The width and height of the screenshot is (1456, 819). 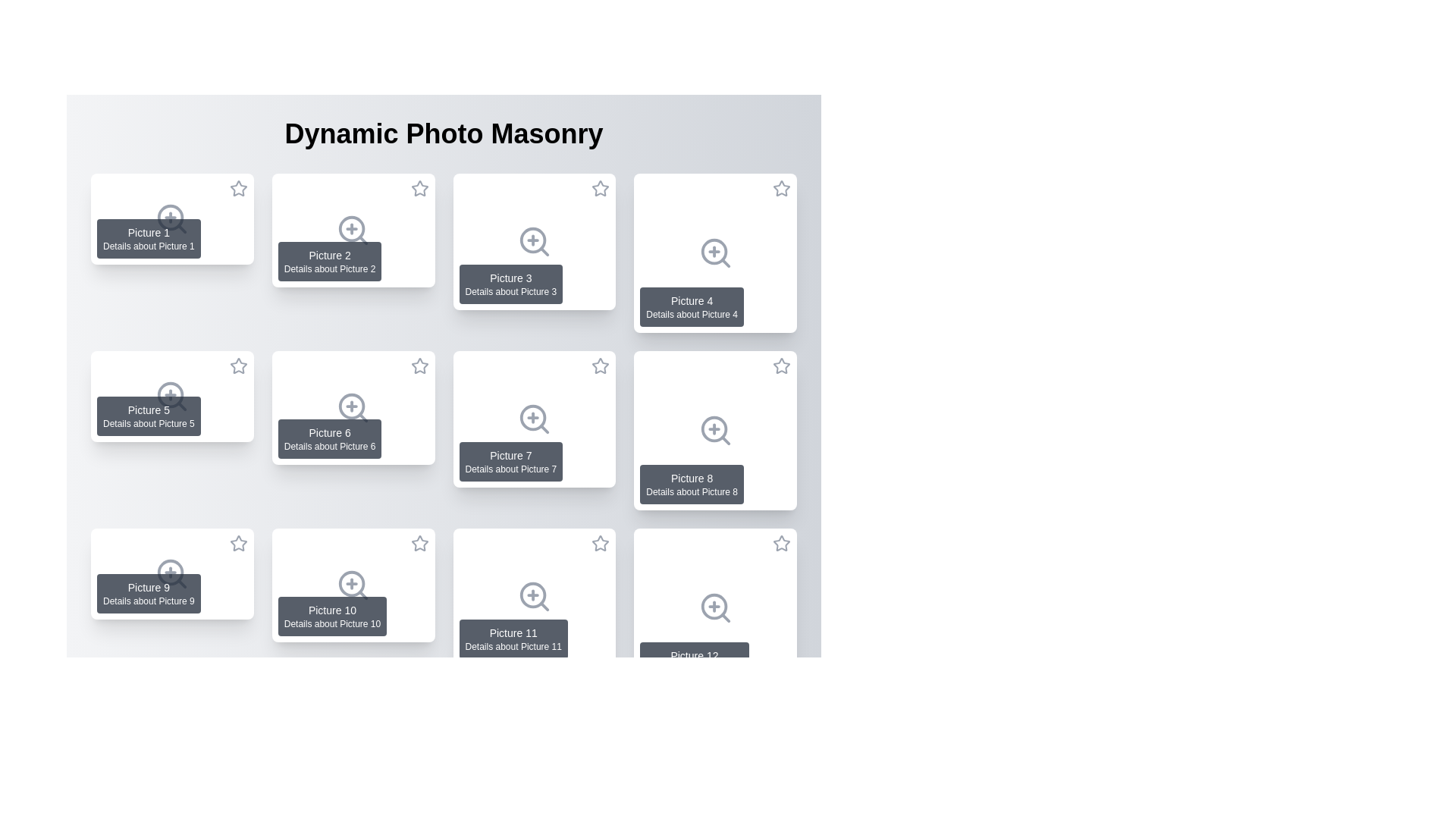 What do you see at coordinates (513, 646) in the screenshot?
I see `the text label displaying 'Details about Picture 11' located at the bottom section of the card labeled 'Picture 11'` at bounding box center [513, 646].